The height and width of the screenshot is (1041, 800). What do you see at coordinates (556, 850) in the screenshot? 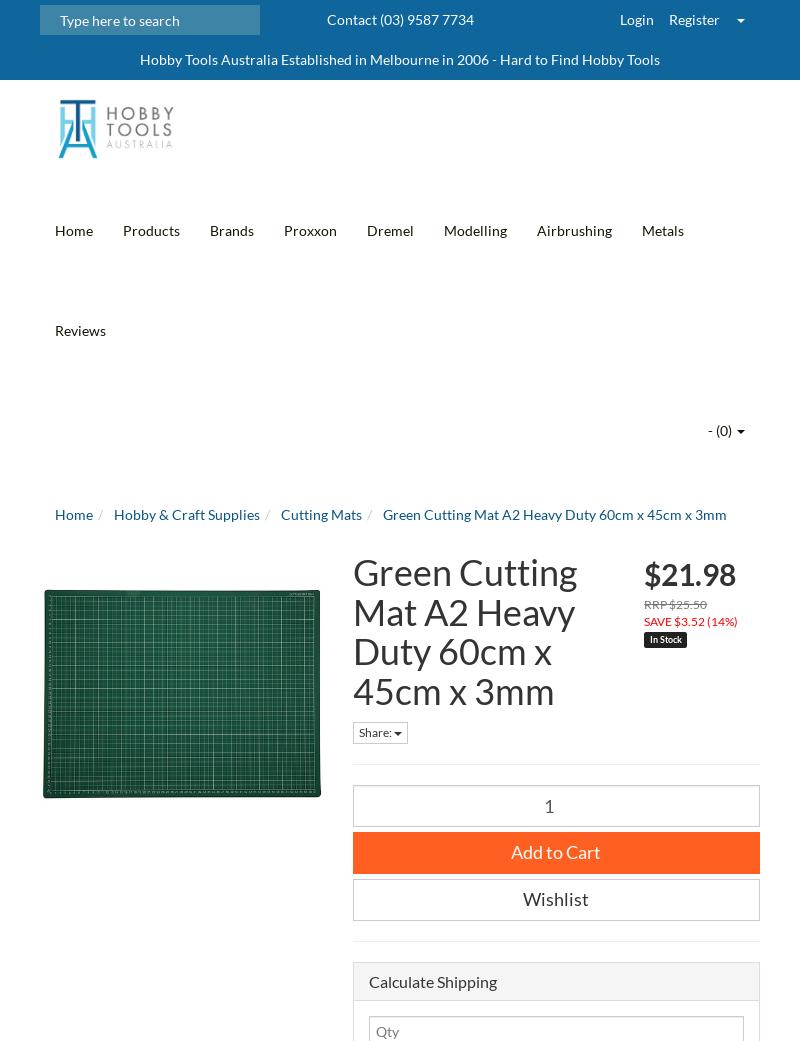
I see `'Add to Cart'` at bounding box center [556, 850].